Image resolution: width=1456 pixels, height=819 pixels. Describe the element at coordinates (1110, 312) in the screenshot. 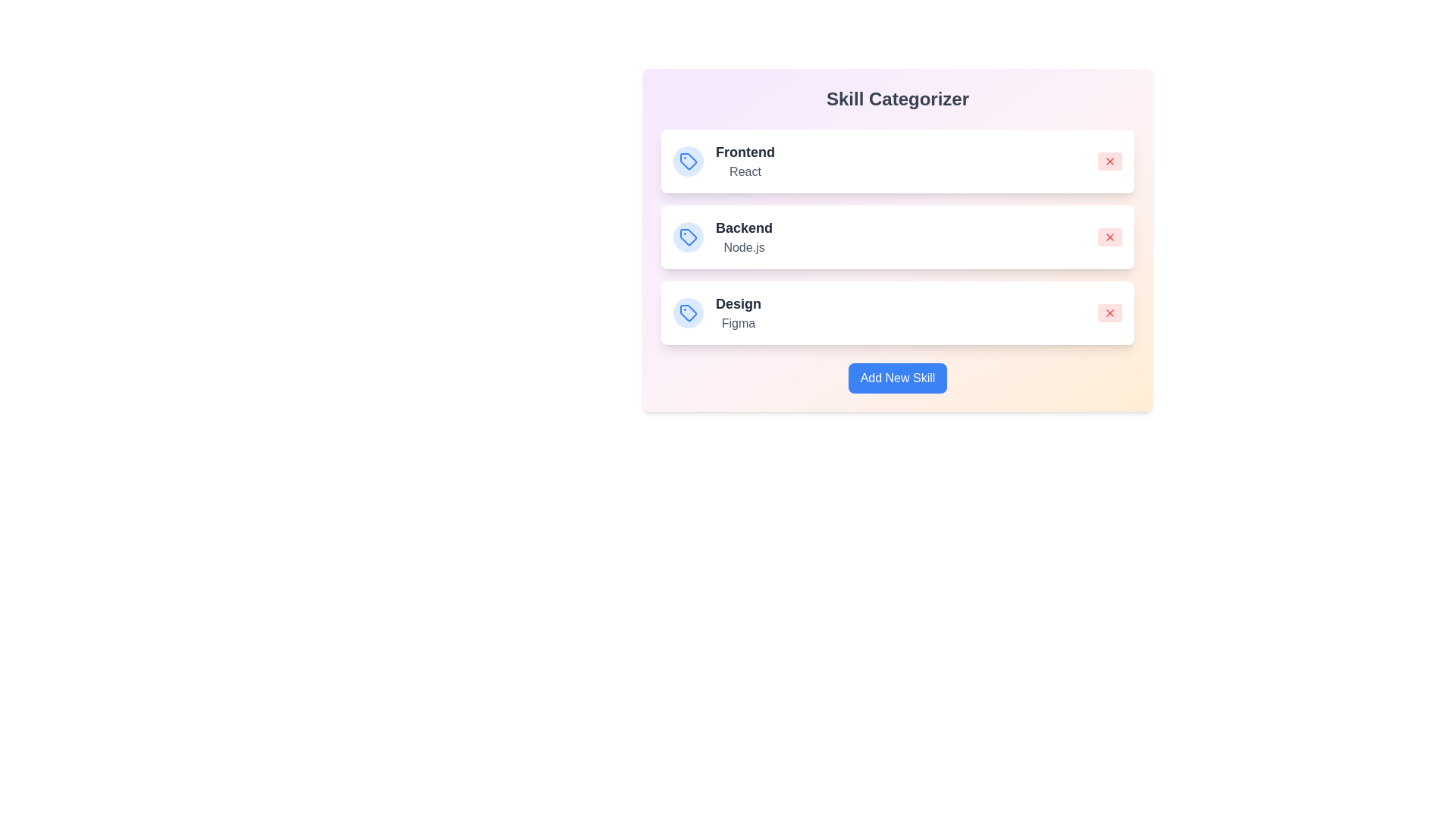

I see `'X' button to remove the skill associated with Design` at that location.